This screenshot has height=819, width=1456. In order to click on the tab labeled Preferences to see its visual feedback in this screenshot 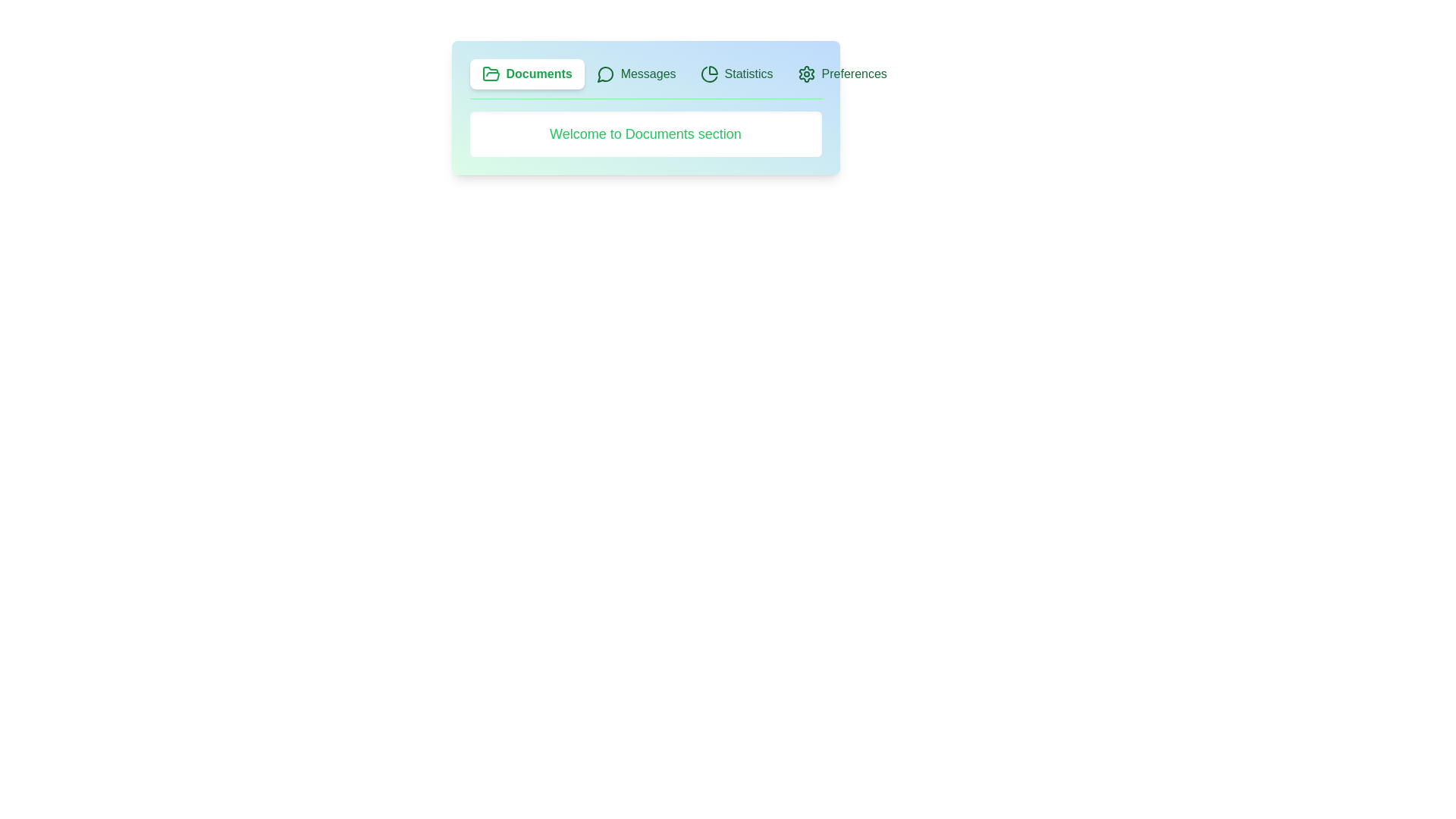, I will do `click(841, 74)`.